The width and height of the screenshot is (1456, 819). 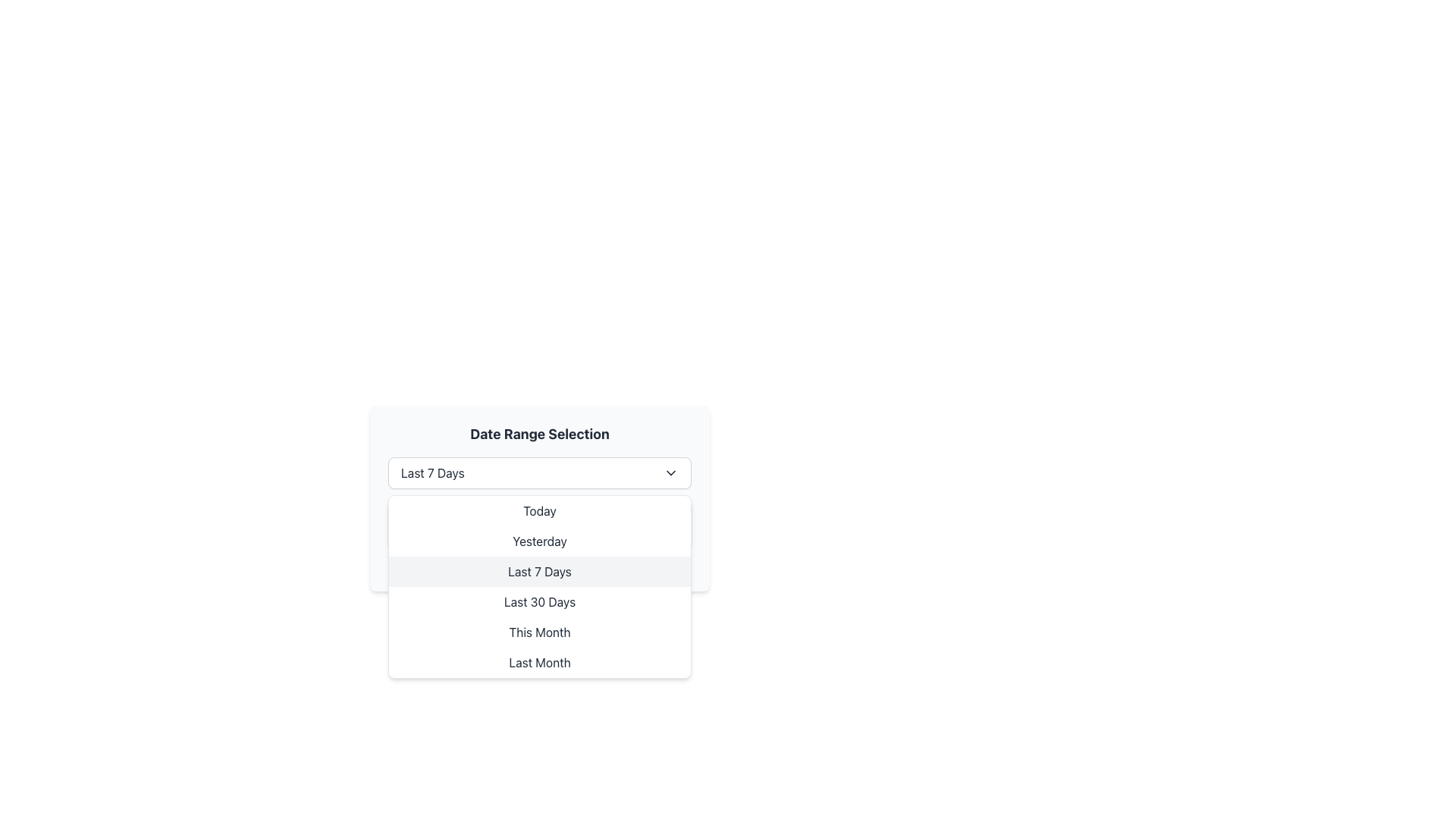 I want to click on the fourth option in the dropdown menu that filters data, so click(x=539, y=601).